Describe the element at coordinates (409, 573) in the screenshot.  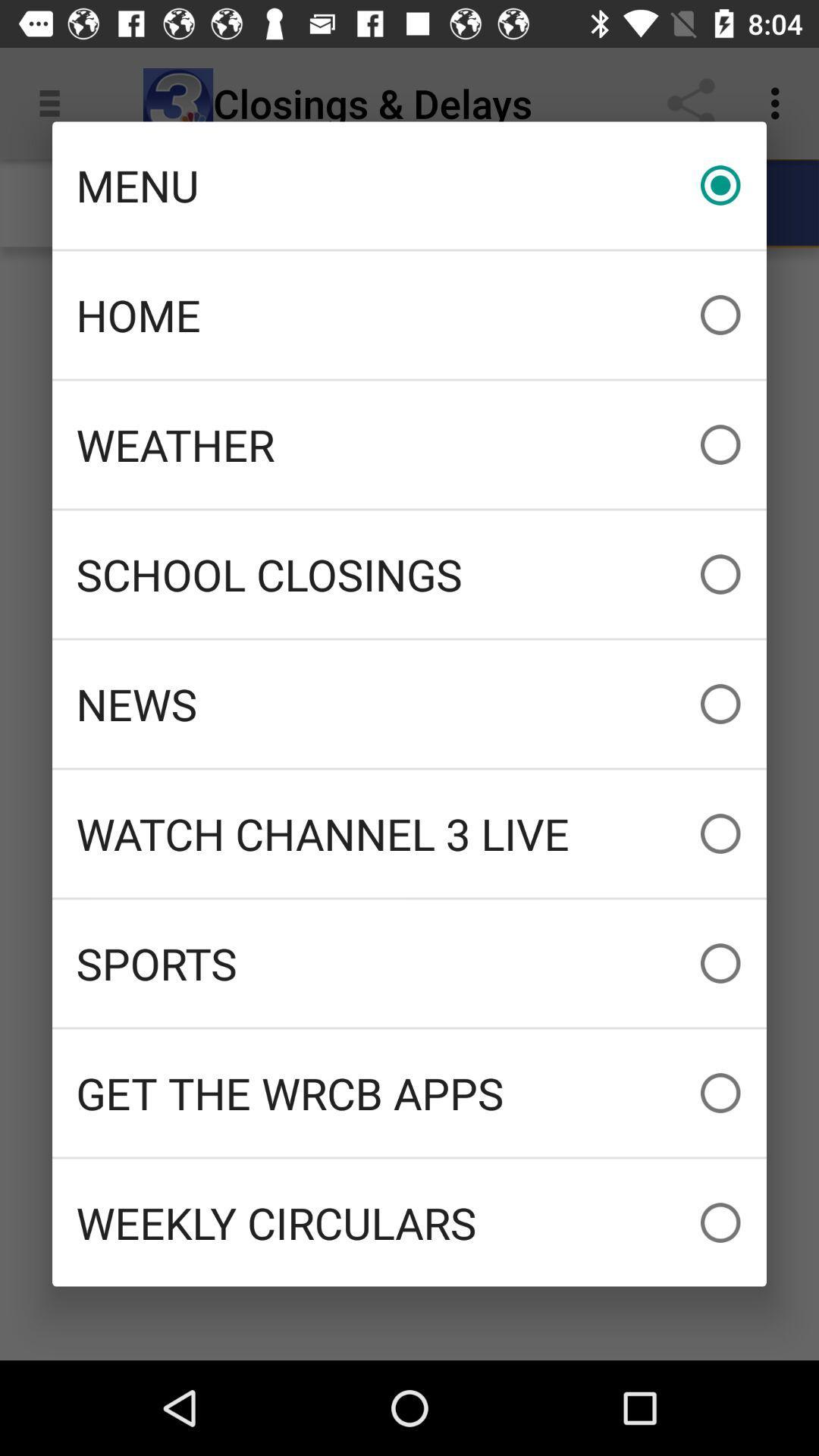
I see `the school closings icon` at that location.